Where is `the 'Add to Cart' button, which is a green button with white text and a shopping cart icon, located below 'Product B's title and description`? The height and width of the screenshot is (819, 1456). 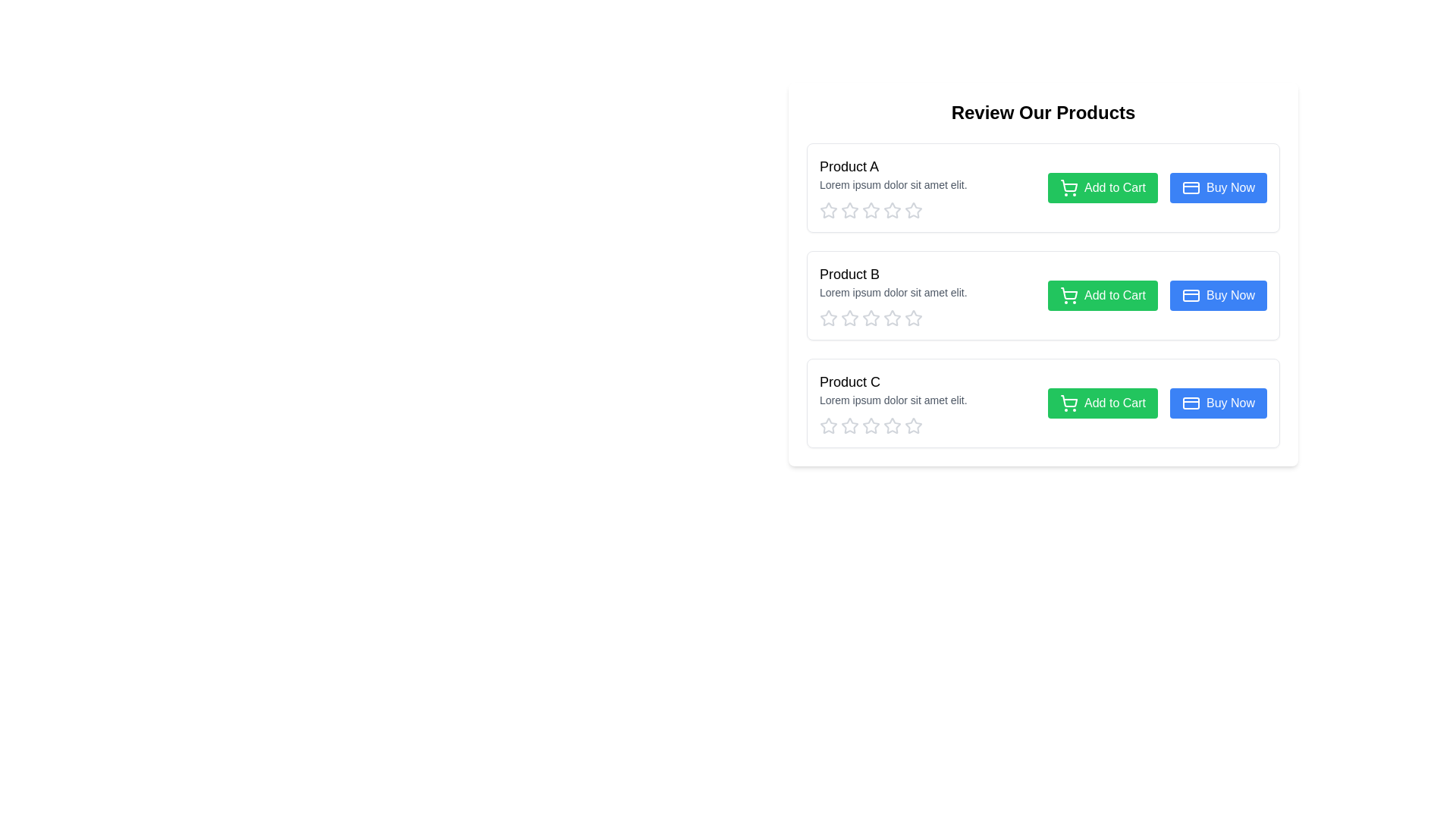 the 'Add to Cart' button, which is a green button with white text and a shopping cart icon, located below 'Product B's title and description is located at coordinates (1103, 295).